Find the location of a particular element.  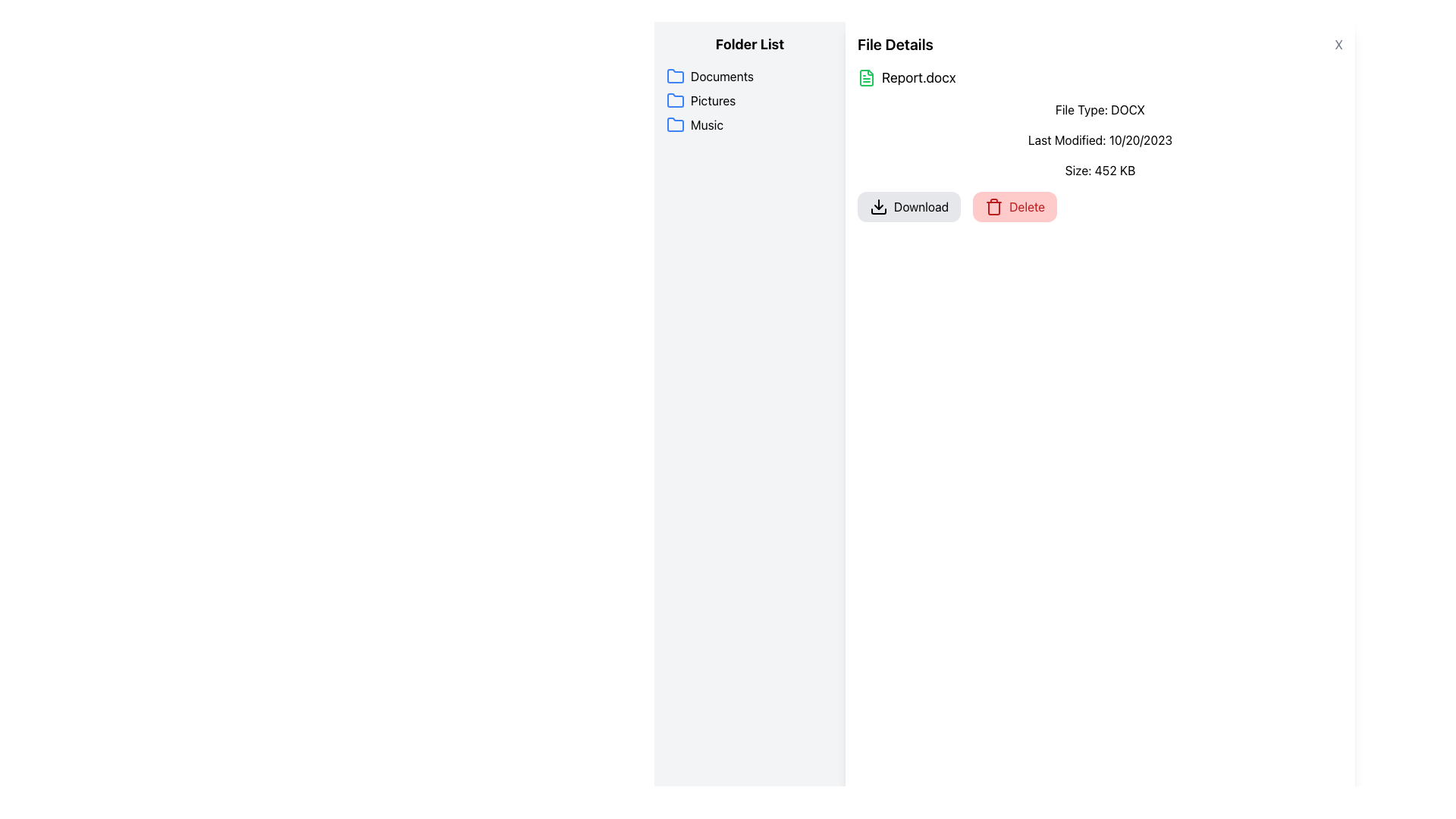

the 'Pictures' folder icon located in the left panel under the 'Folder List' section, which is the second folder icon is located at coordinates (675, 100).